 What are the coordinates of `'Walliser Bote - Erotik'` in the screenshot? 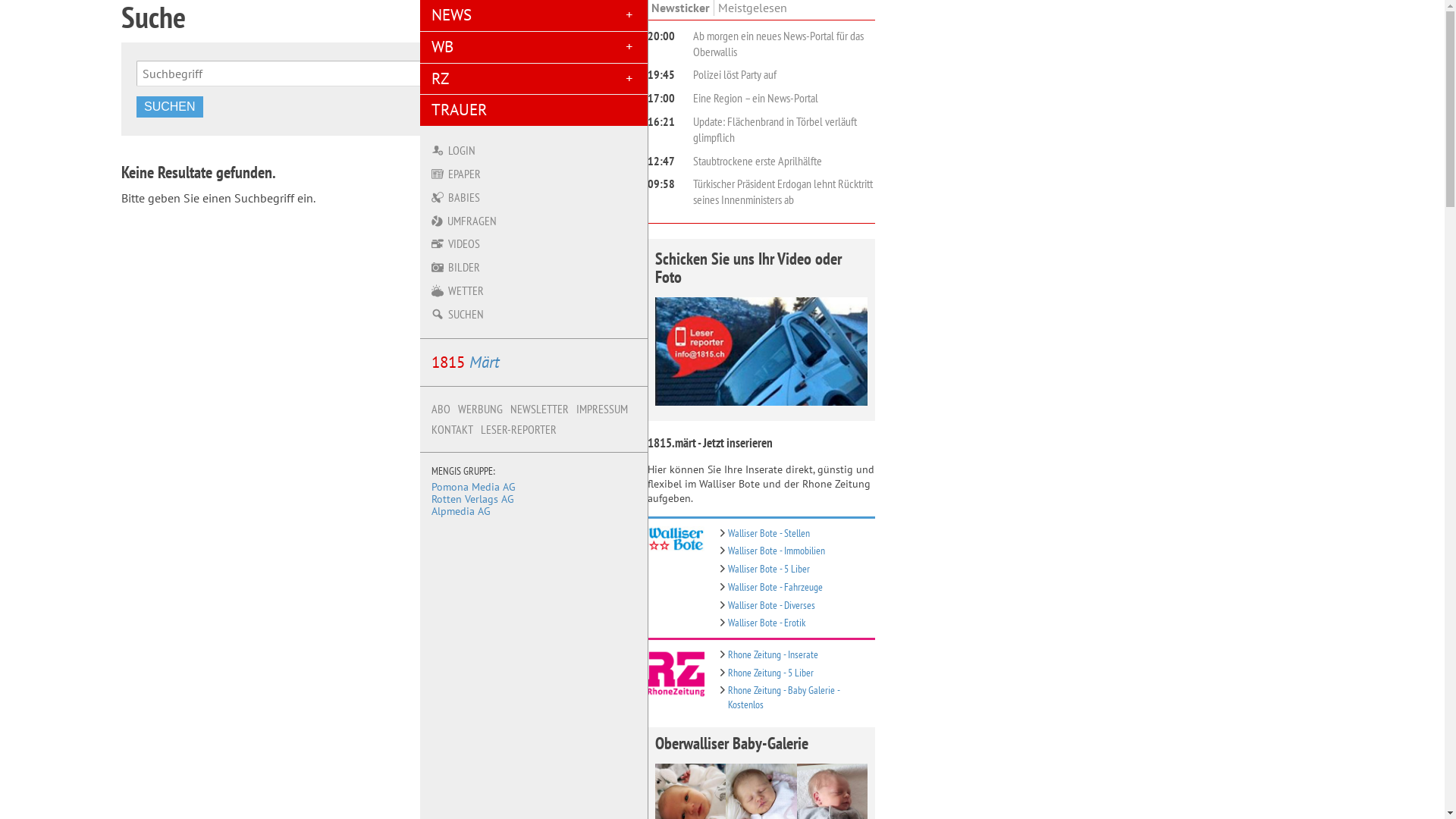 It's located at (767, 622).